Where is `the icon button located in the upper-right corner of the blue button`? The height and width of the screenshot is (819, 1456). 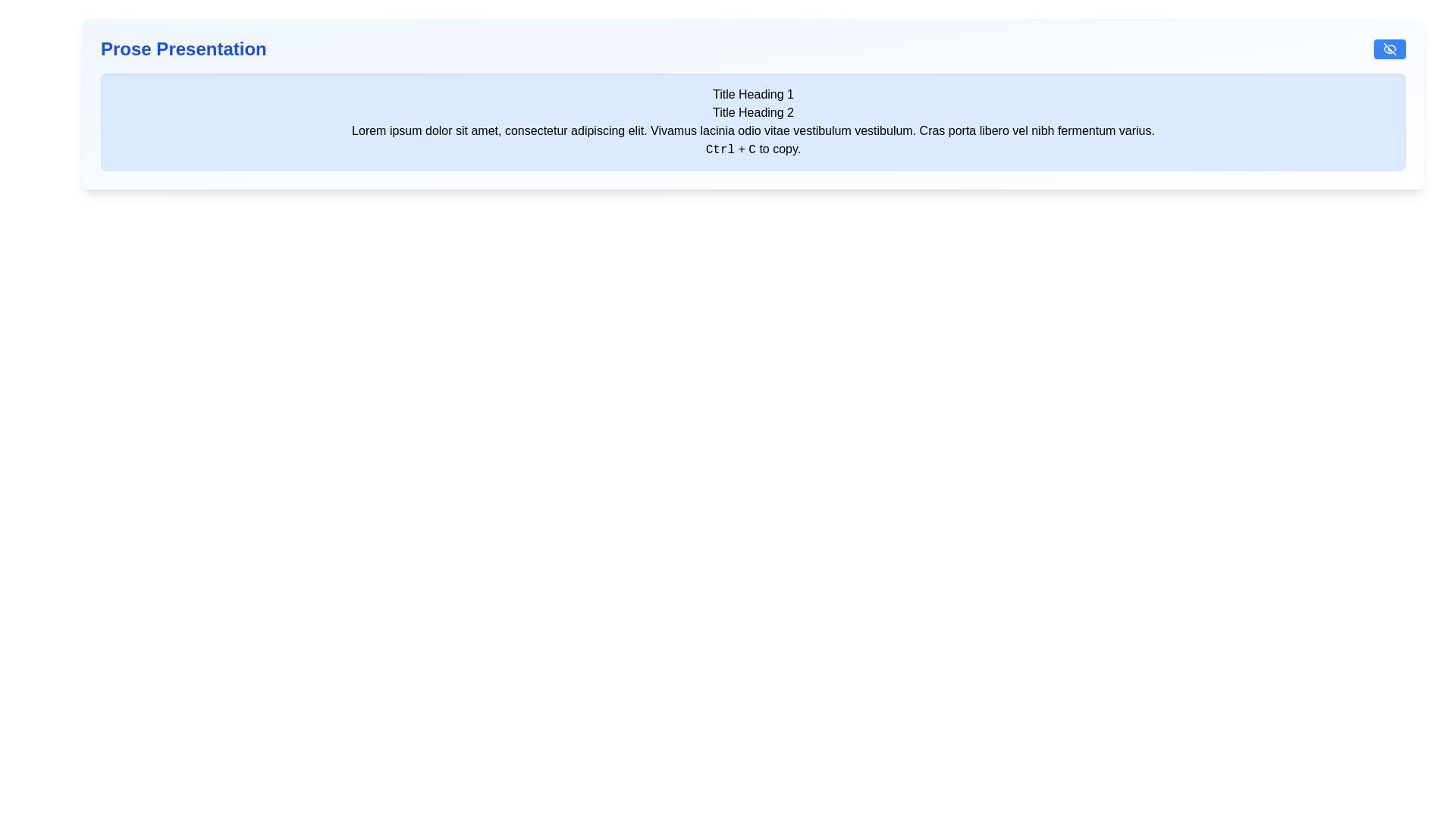
the icon button located in the upper-right corner of the blue button is located at coordinates (1390, 49).